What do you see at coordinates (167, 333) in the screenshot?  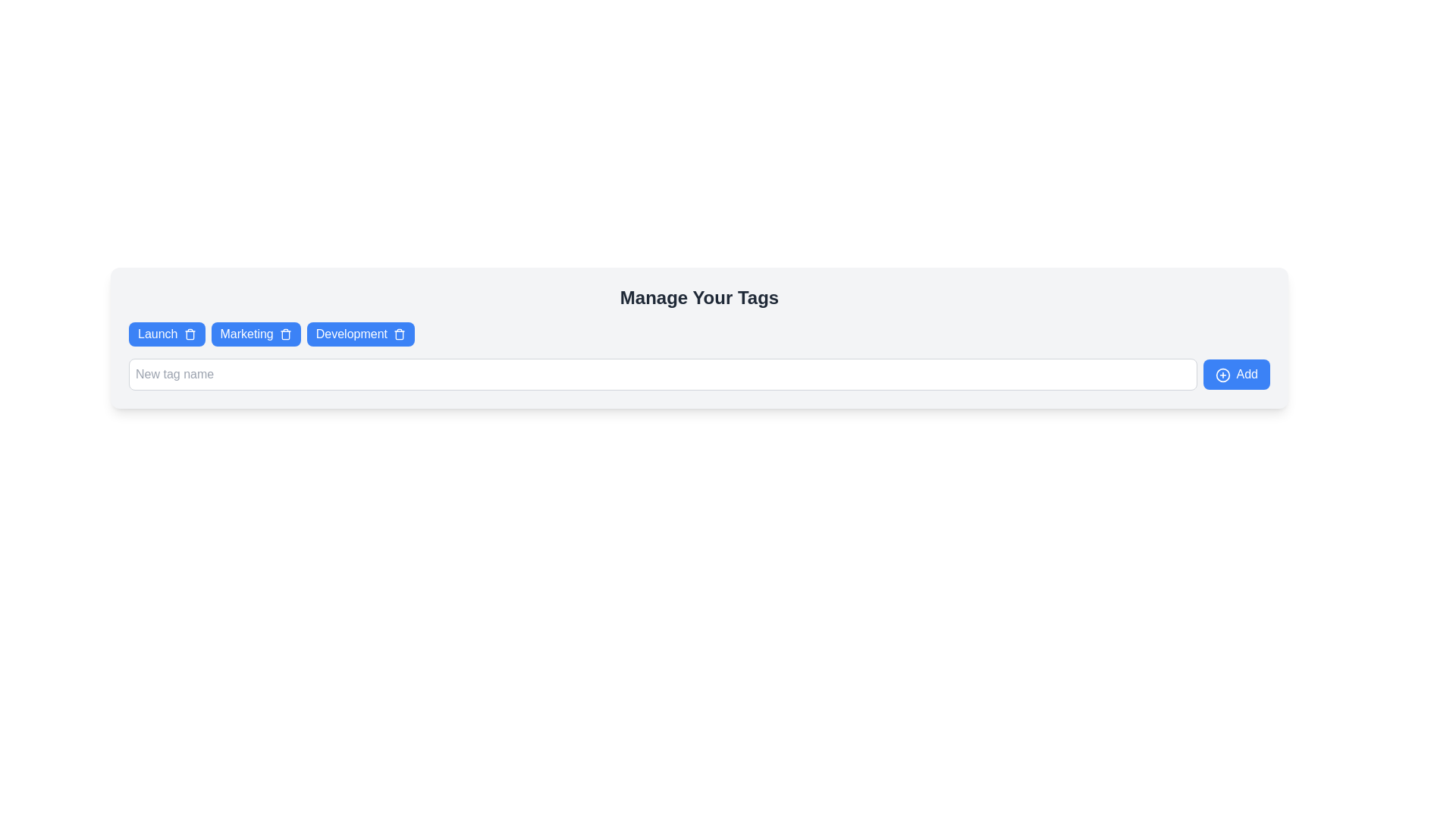 I see `the 'Launch' button, which is a rectangular button with a blue background and white text, located at the top of the interface and positioned to the left of the 'Marketing' and 'Development' buttons` at bounding box center [167, 333].